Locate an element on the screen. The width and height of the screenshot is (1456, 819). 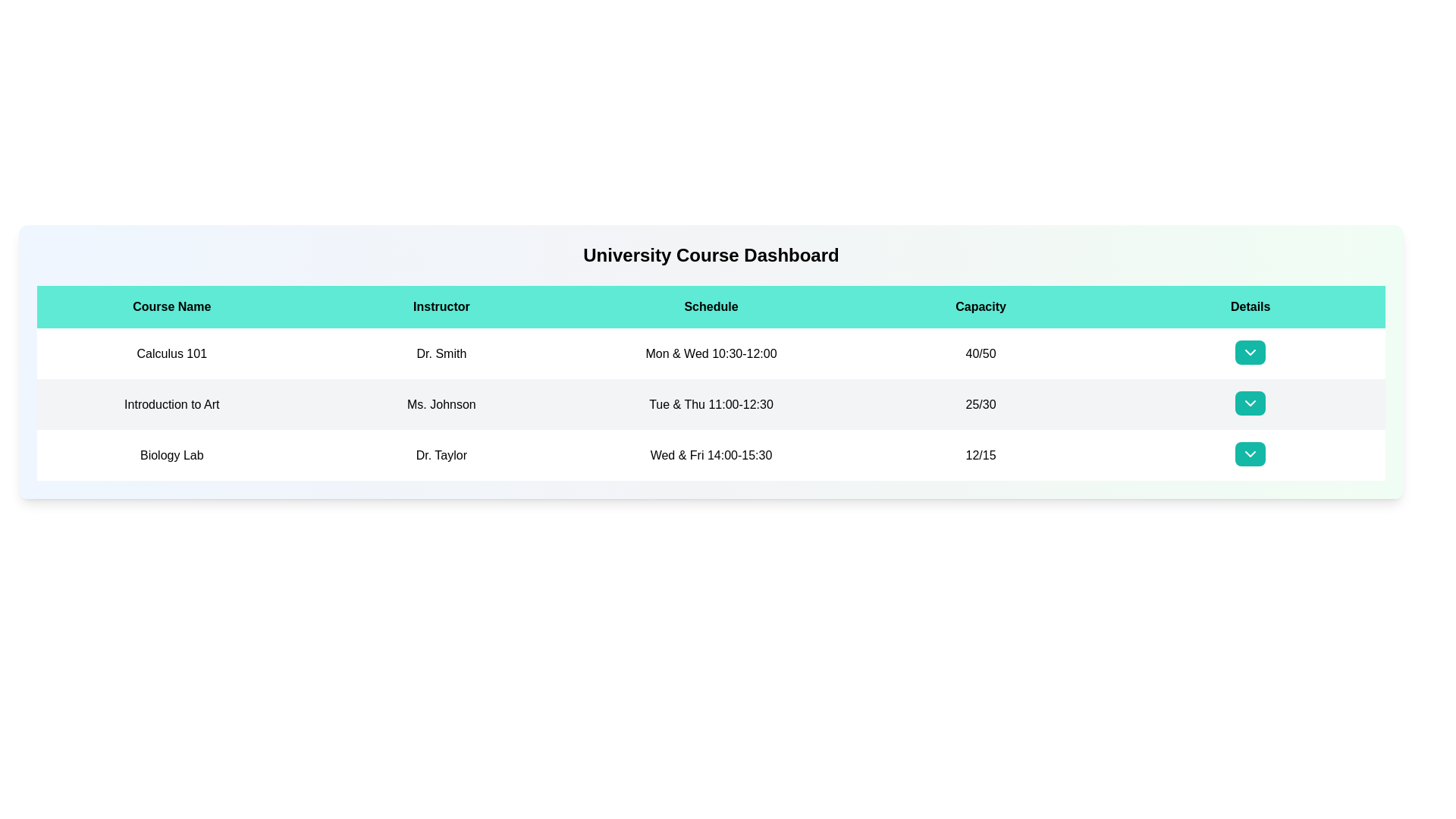
information displayed in the text label showing '12/15' in the Capacity column of the Biology Lab row is located at coordinates (981, 454).